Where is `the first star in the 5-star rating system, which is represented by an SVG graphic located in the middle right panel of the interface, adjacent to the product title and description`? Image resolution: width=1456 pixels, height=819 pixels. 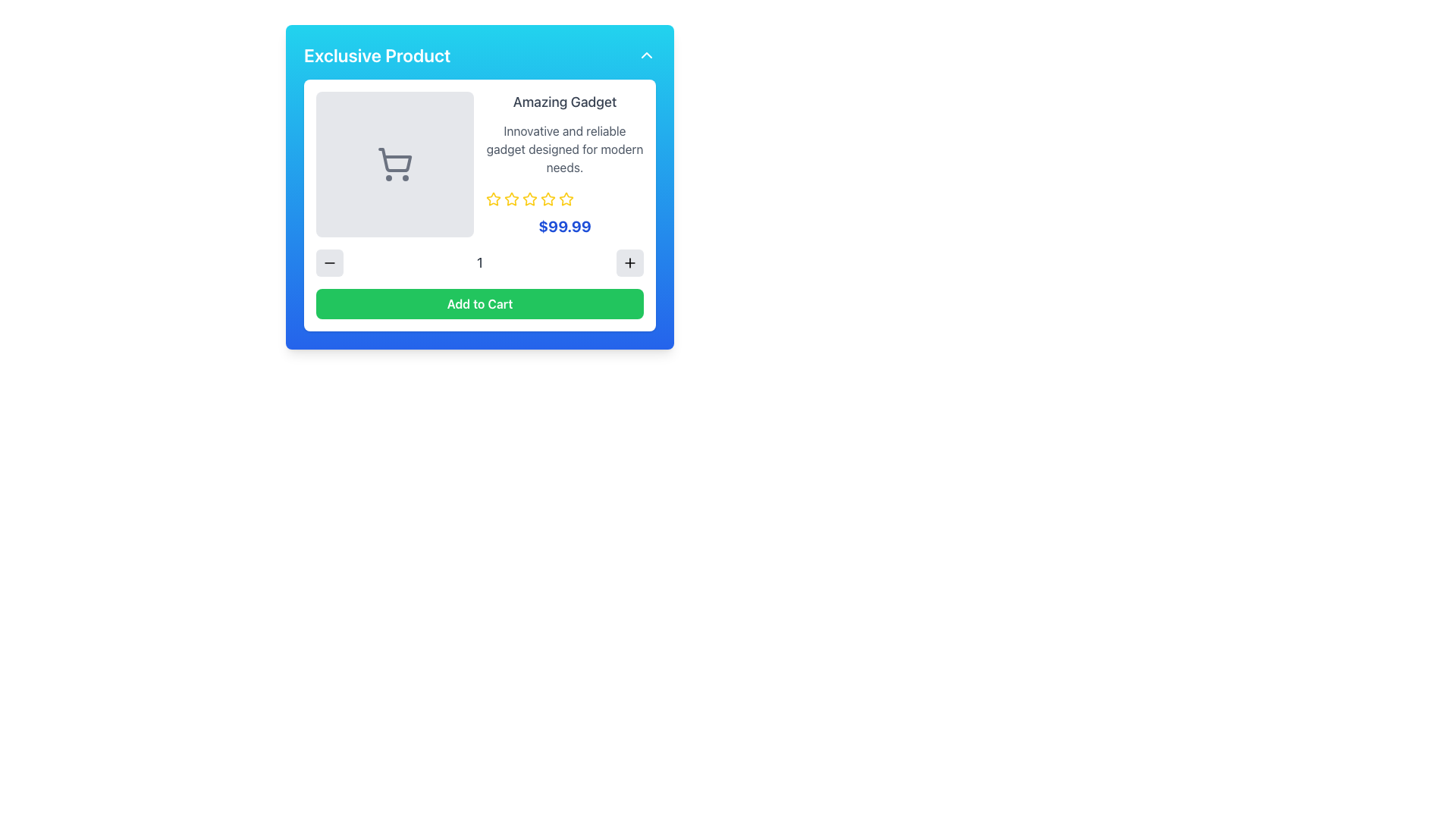
the first star in the 5-star rating system, which is represented by an SVG graphic located in the middle right panel of the interface, adjacent to the product title and description is located at coordinates (494, 198).